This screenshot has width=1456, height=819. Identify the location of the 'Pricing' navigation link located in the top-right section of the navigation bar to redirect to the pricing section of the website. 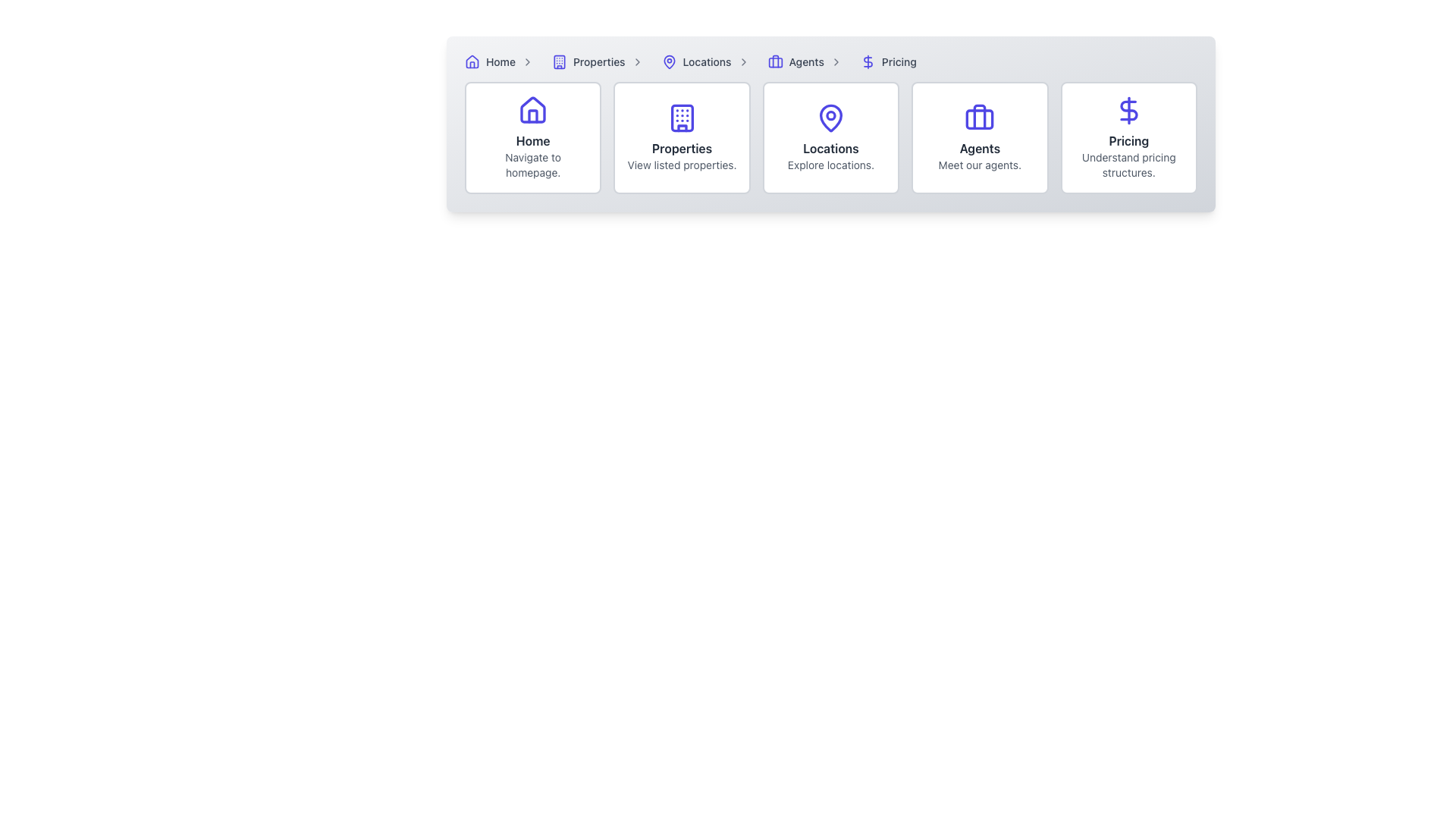
(899, 61).